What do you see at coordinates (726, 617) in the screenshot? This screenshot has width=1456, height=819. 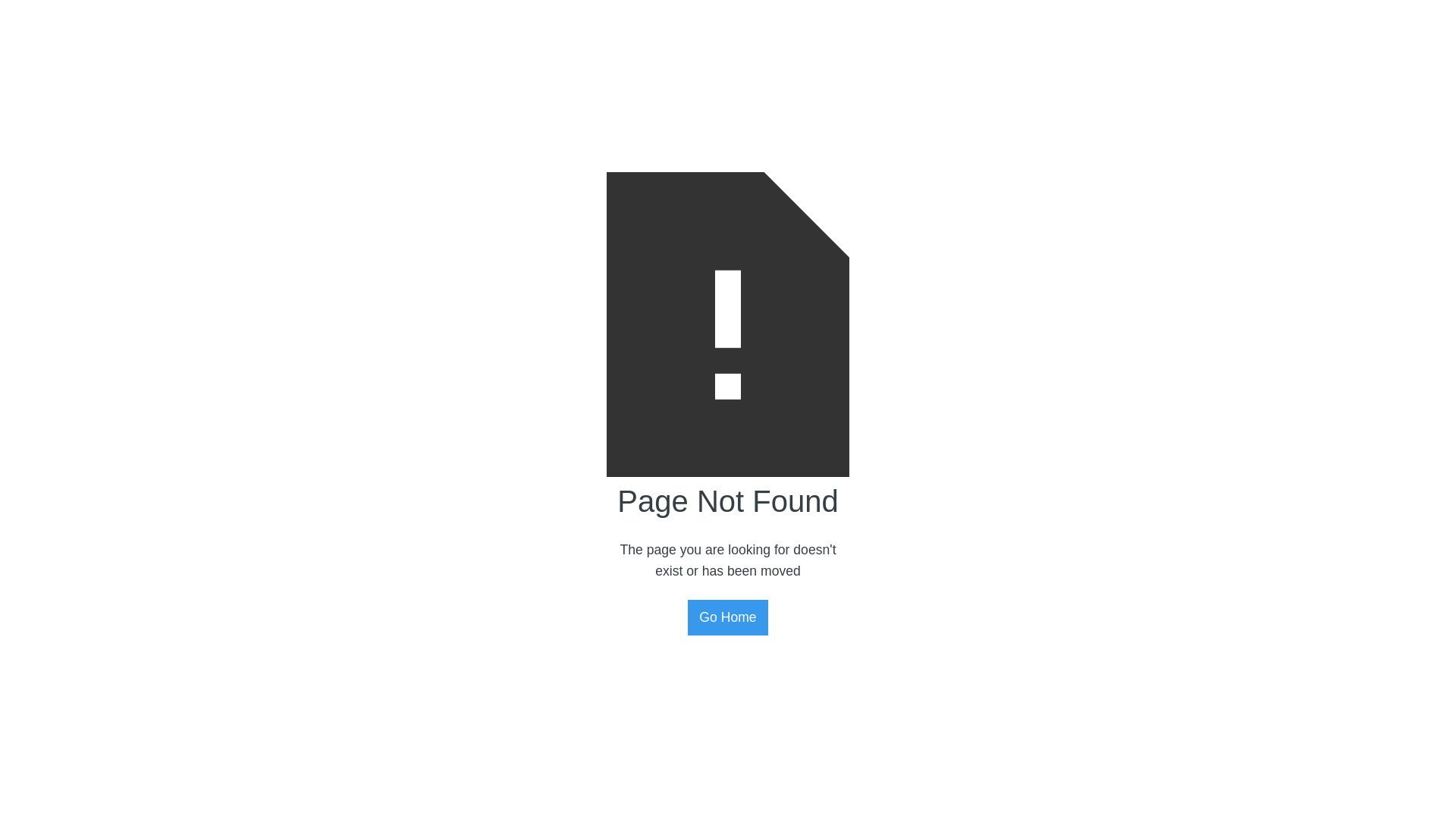 I see `'Go Home'` at bounding box center [726, 617].